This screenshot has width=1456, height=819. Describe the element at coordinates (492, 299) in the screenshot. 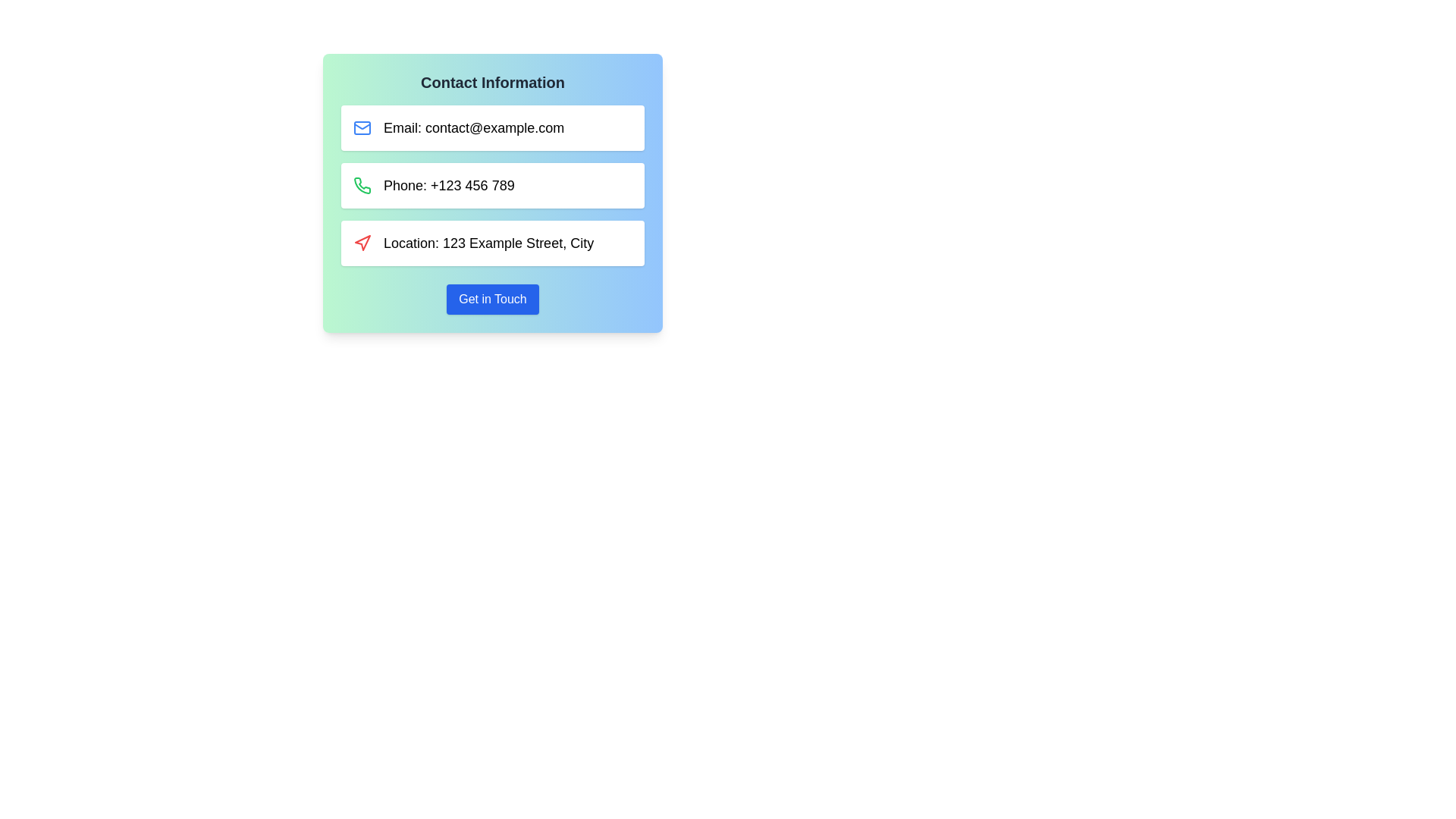

I see `the rectangular button with a blue background and white text that reads 'Get in Touch'` at that location.